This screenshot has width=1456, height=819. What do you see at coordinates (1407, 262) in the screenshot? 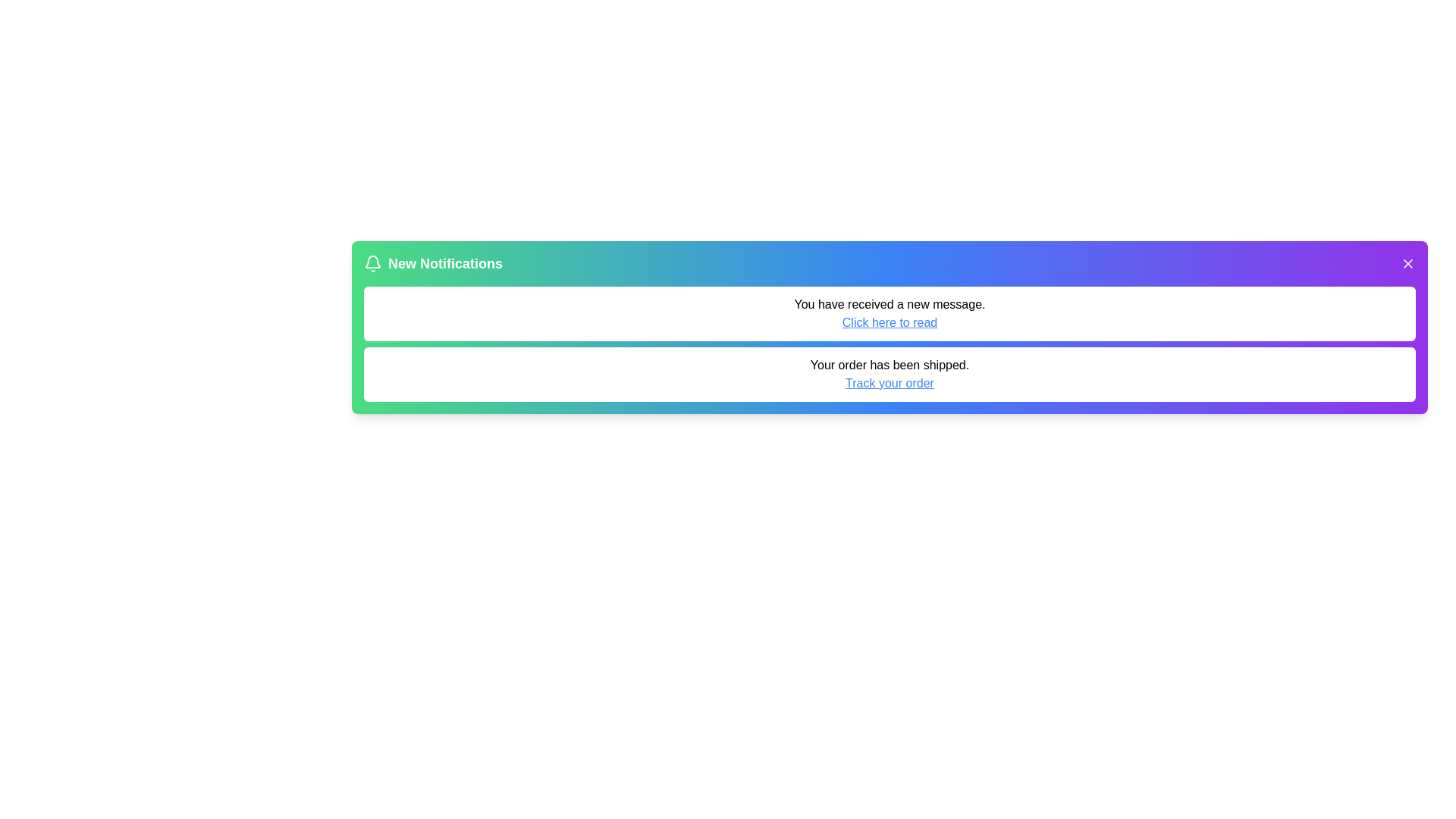
I see `the line segment of the 'X' icon in the top-right corner of the notification bar` at bounding box center [1407, 262].